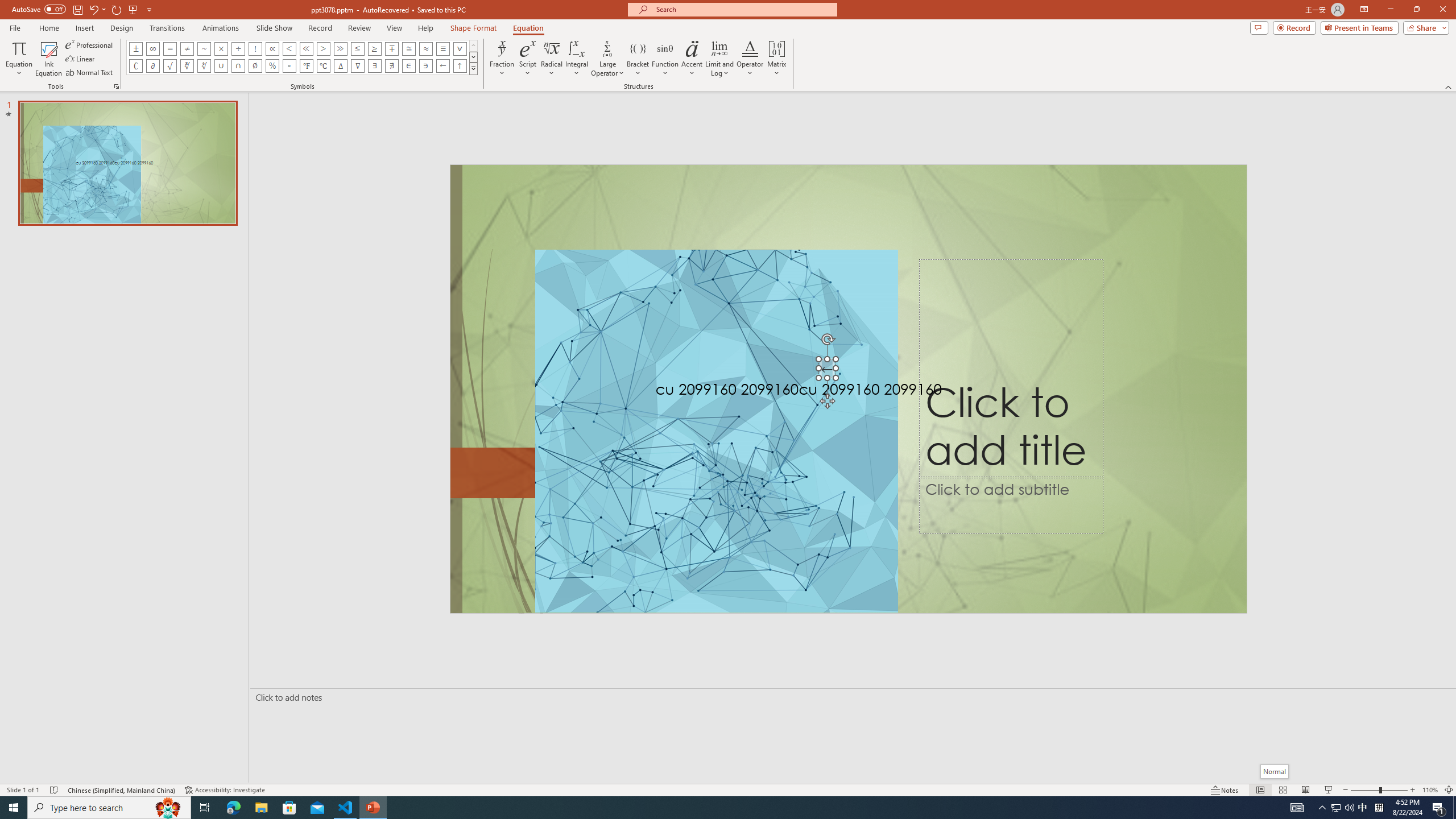 Image resolution: width=1456 pixels, height=819 pixels. Describe the element at coordinates (719, 59) in the screenshot. I see `'Limit and Log'` at that location.